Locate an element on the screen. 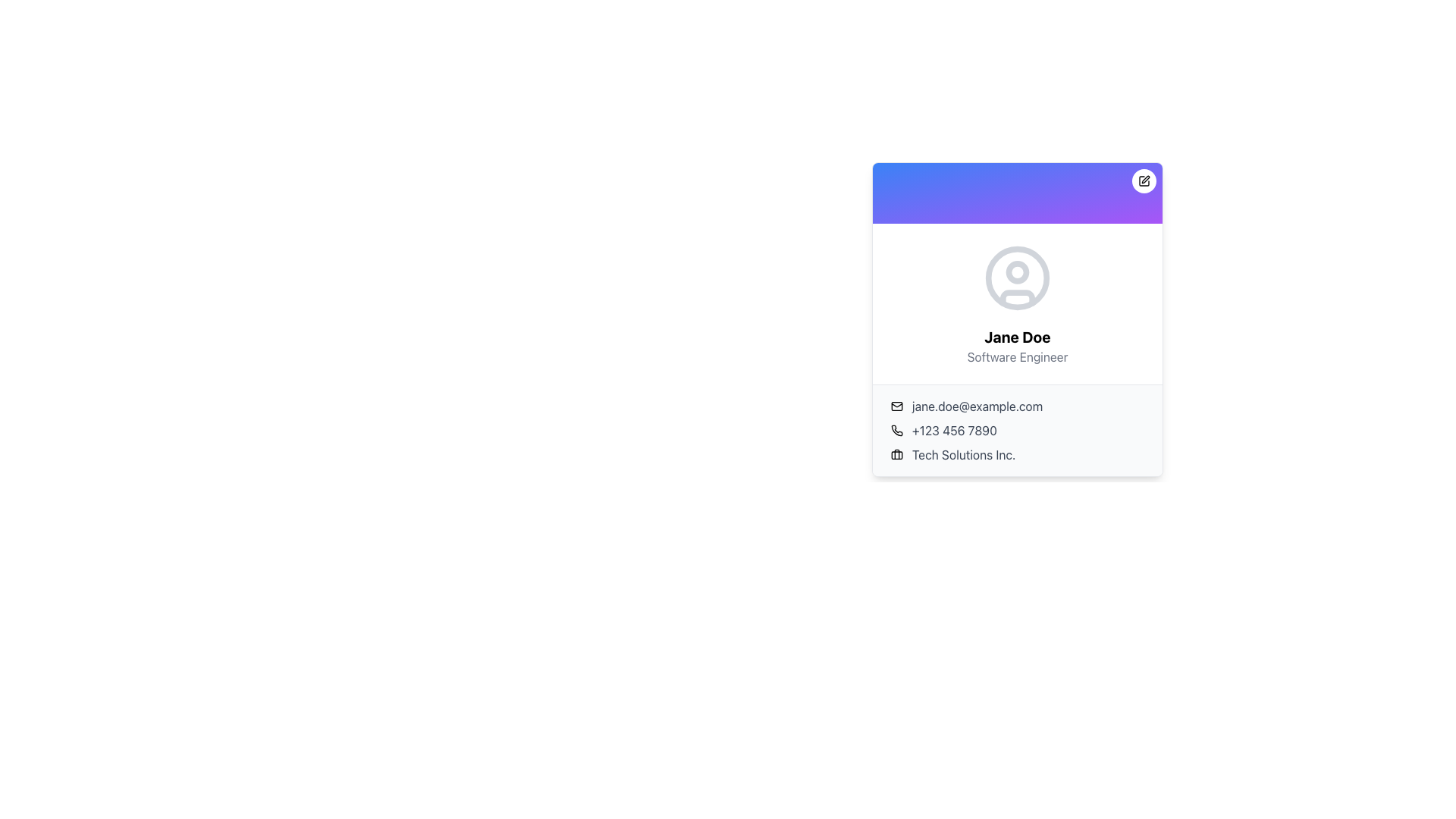  the text 'Jane Doe' which is styled in bold and located at the top-center of the personal card, directly above 'Software Engineer' is located at coordinates (1018, 336).